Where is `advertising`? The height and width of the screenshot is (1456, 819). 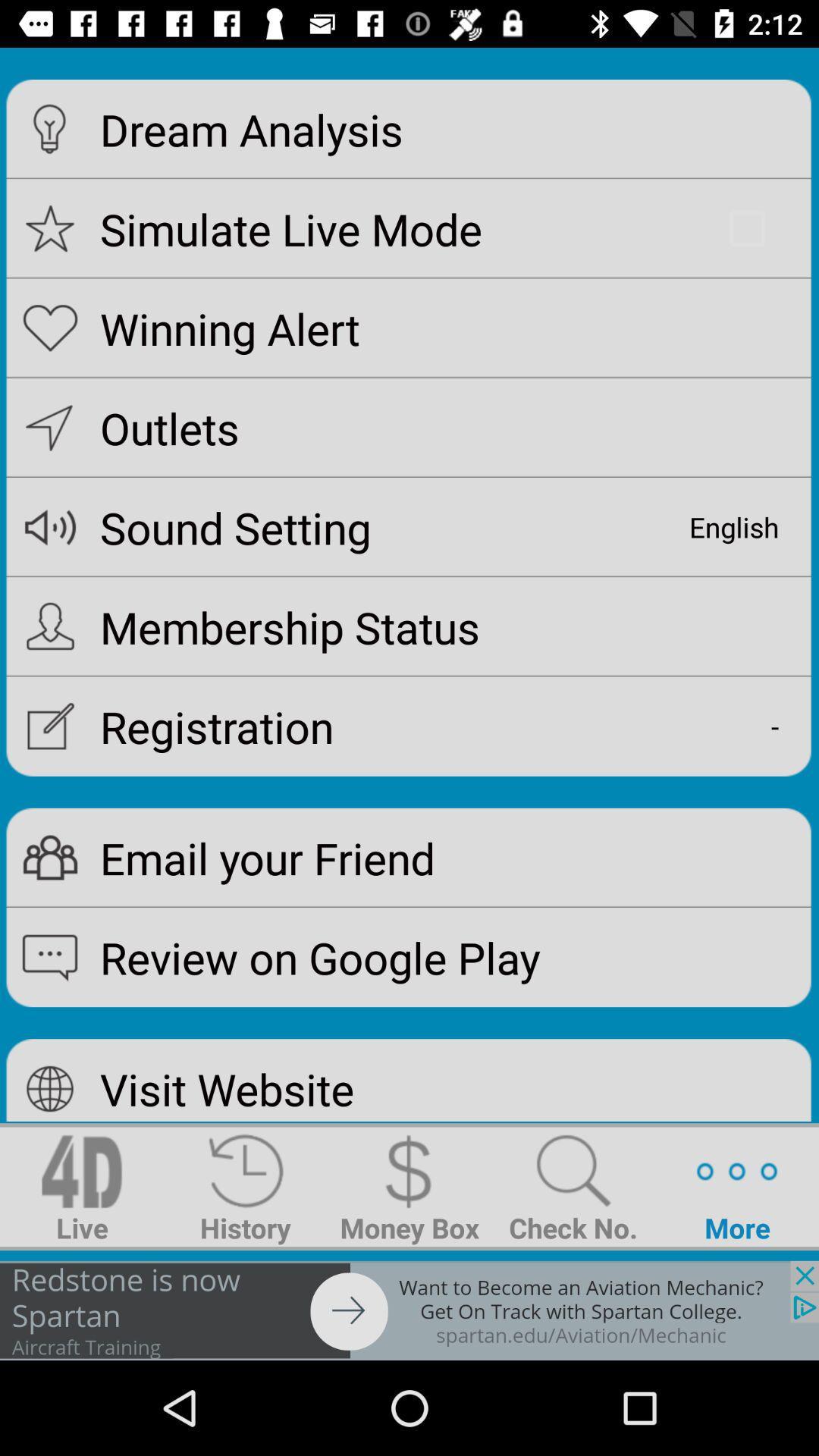
advertising is located at coordinates (409, 1310).